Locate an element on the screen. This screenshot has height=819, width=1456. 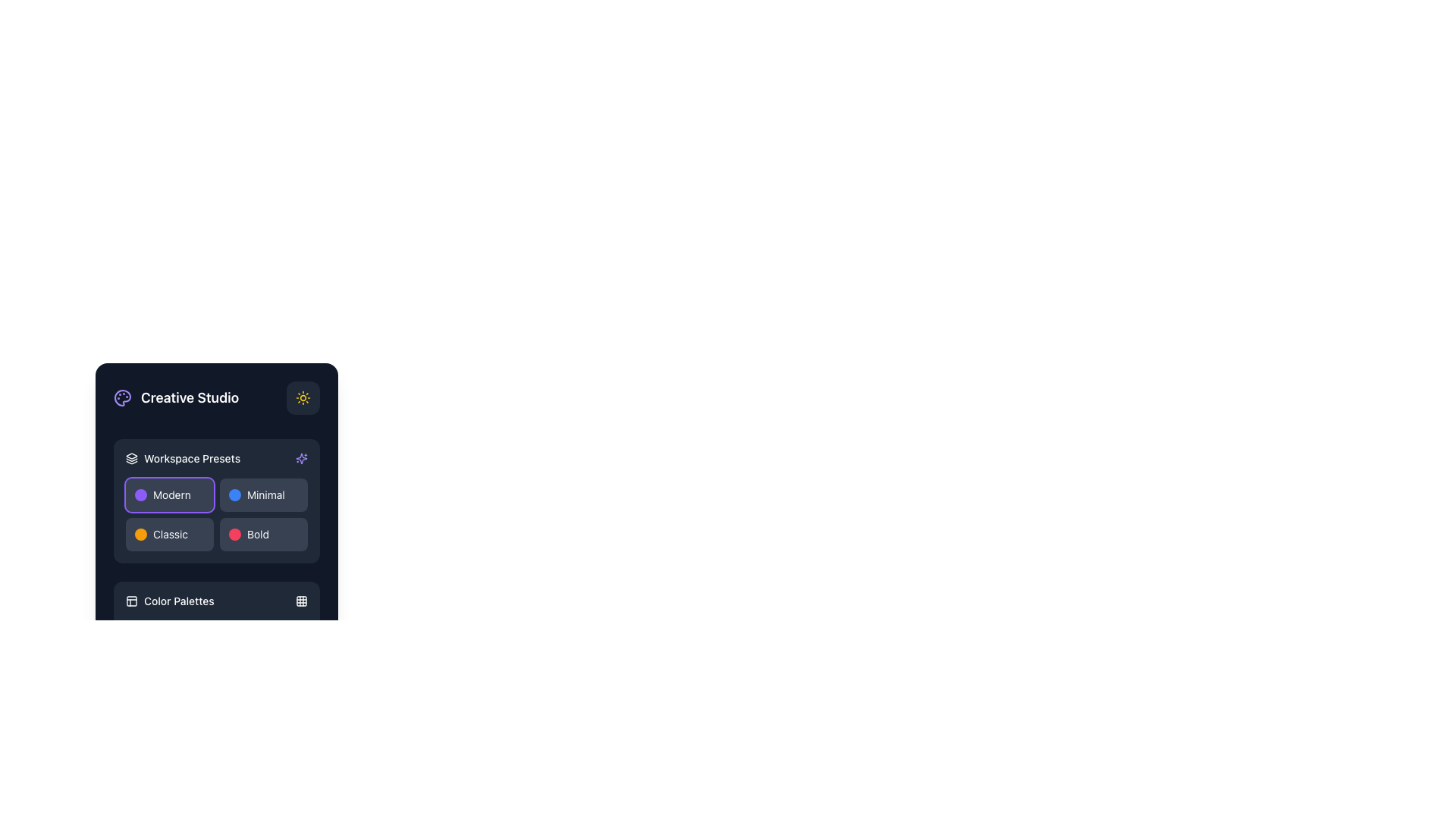
the small, violet circular dot within the 'Modern' card in the 'Workspace Presets' section on the main panel is located at coordinates (141, 494).